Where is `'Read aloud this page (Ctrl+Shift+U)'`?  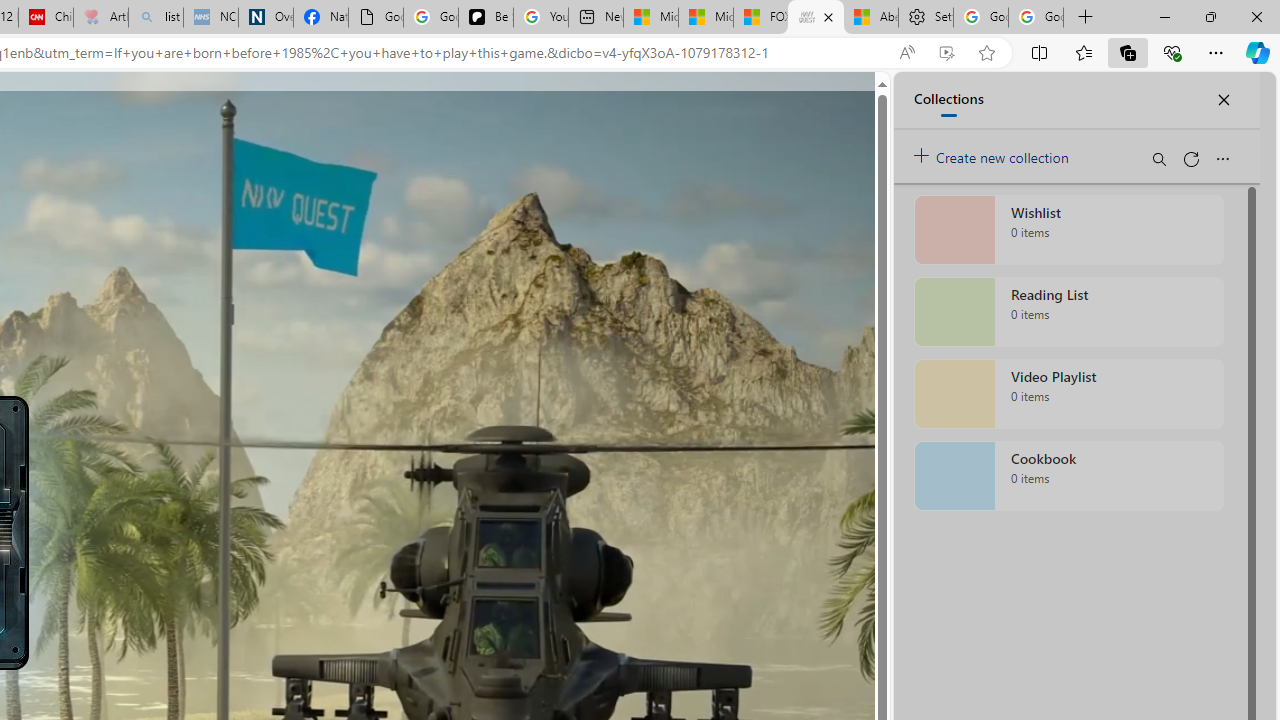 'Read aloud this page (Ctrl+Shift+U)' is located at coordinates (905, 52).